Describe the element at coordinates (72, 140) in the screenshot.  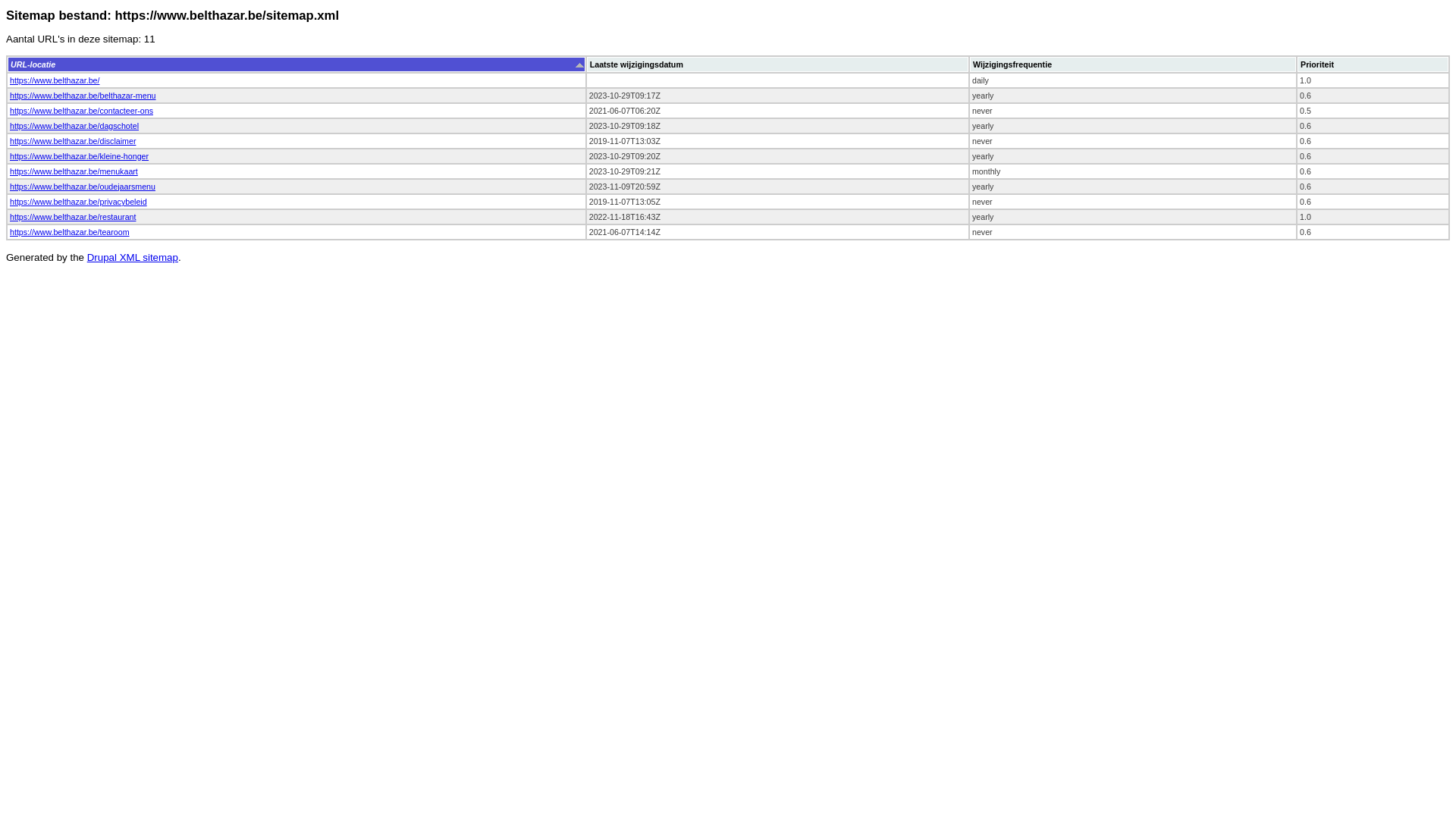
I see `'https://www.belthazar.be/disclaimer'` at that location.